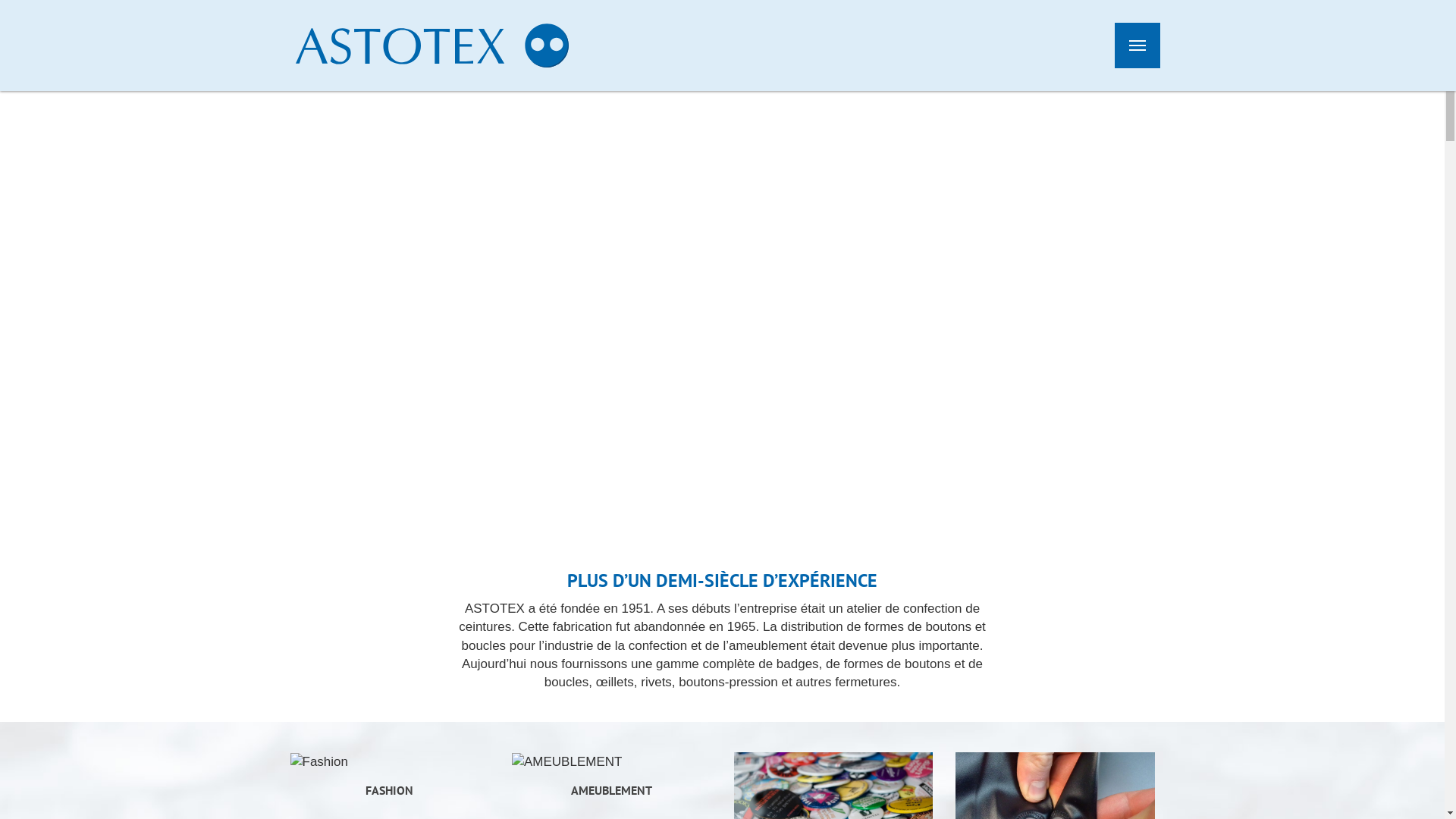 The image size is (1456, 819). Describe the element at coordinates (431, 45) in the screenshot. I see `'Astotex'` at that location.